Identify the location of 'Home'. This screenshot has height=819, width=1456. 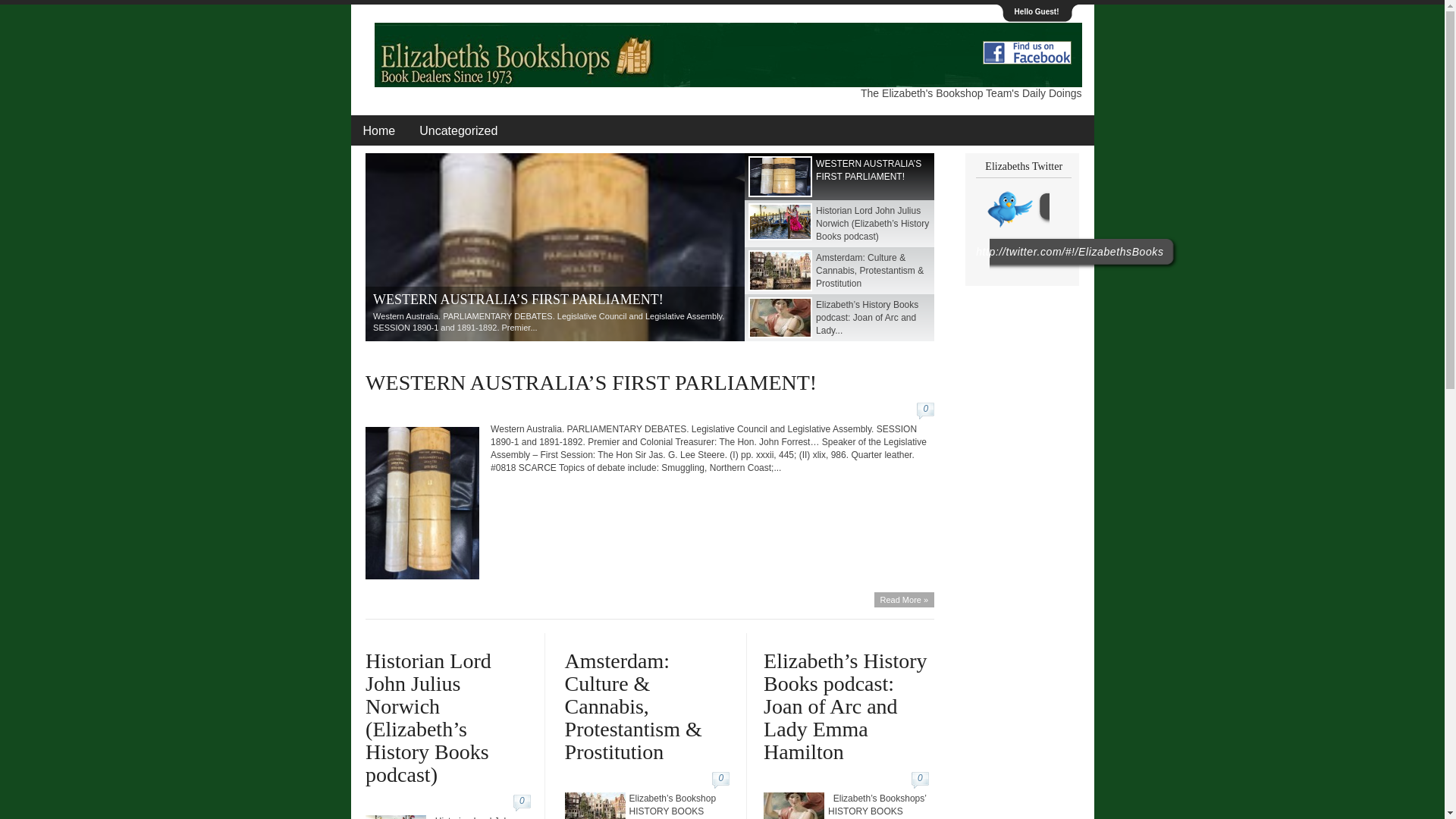
(349, 130).